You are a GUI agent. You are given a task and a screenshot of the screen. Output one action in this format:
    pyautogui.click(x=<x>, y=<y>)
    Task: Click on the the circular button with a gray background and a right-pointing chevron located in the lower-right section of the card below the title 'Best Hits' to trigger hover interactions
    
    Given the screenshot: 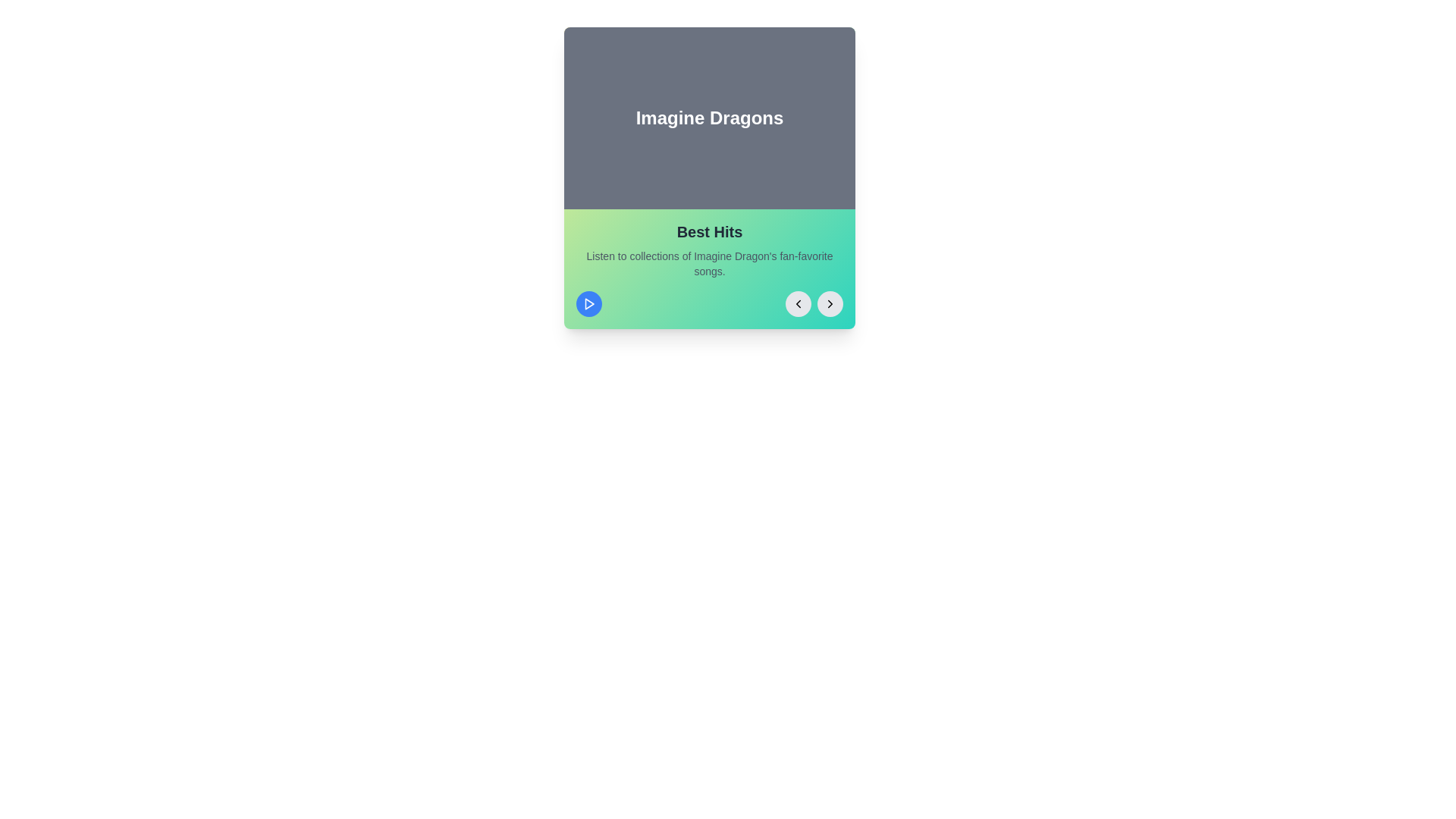 What is the action you would take?
    pyautogui.click(x=829, y=304)
    